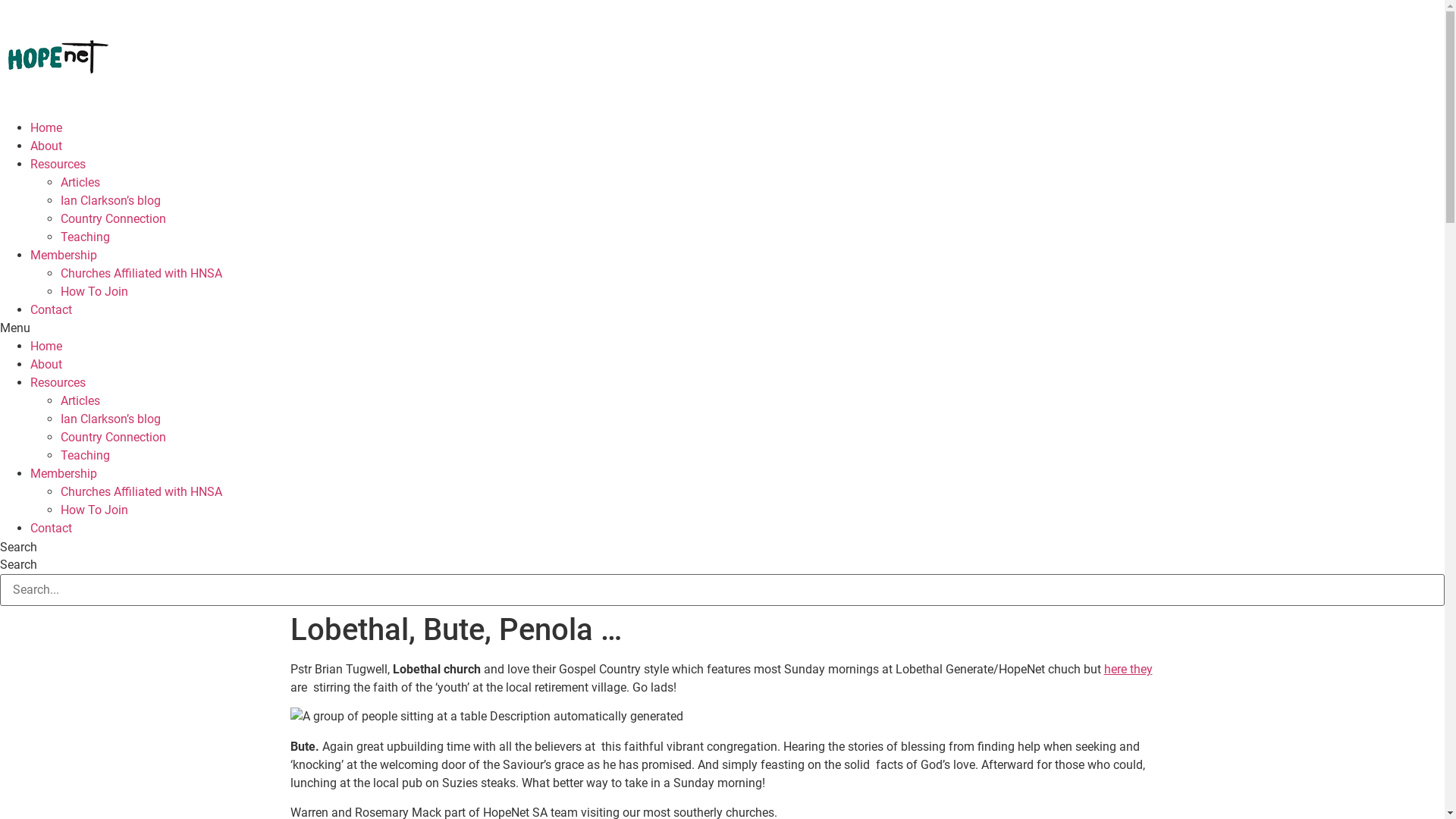 This screenshot has height=819, width=1456. What do you see at coordinates (46, 127) in the screenshot?
I see `'Home'` at bounding box center [46, 127].